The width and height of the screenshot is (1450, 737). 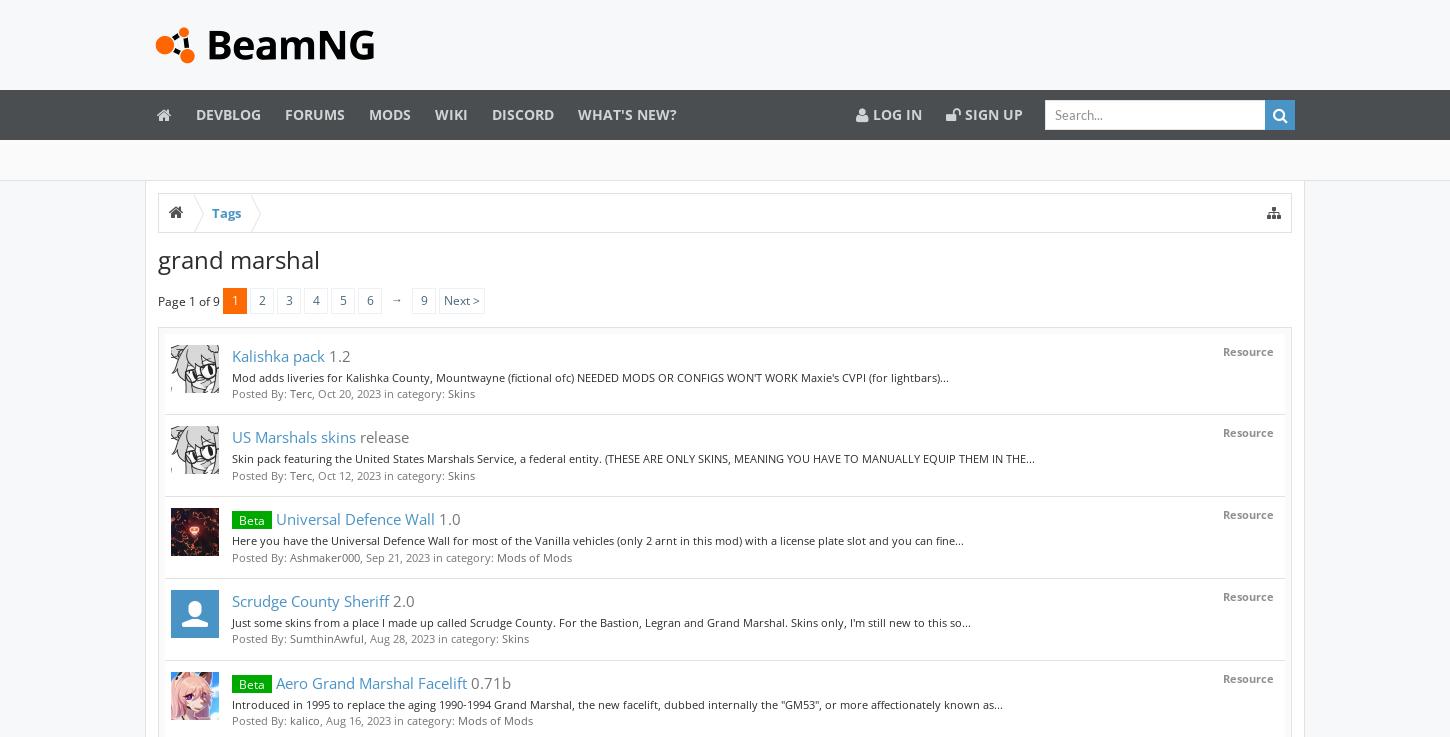 I want to click on 'Aero Grand Marshal Facelift', so click(x=272, y=681).